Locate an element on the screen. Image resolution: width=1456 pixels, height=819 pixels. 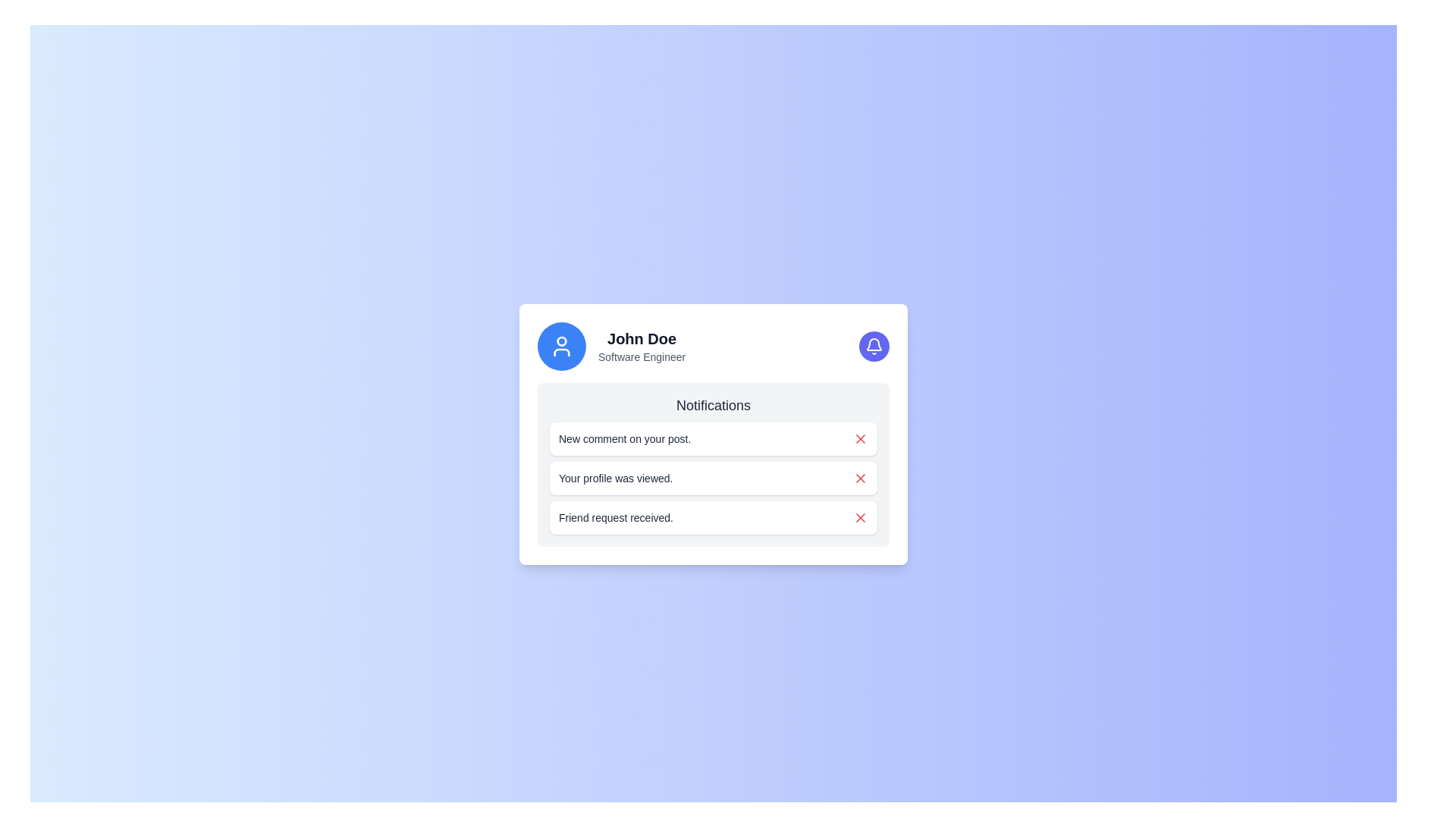
the Label element displaying 'John Doe', which is located at the upper section of the white panel and is styled in bold with a larger font size is located at coordinates (642, 338).